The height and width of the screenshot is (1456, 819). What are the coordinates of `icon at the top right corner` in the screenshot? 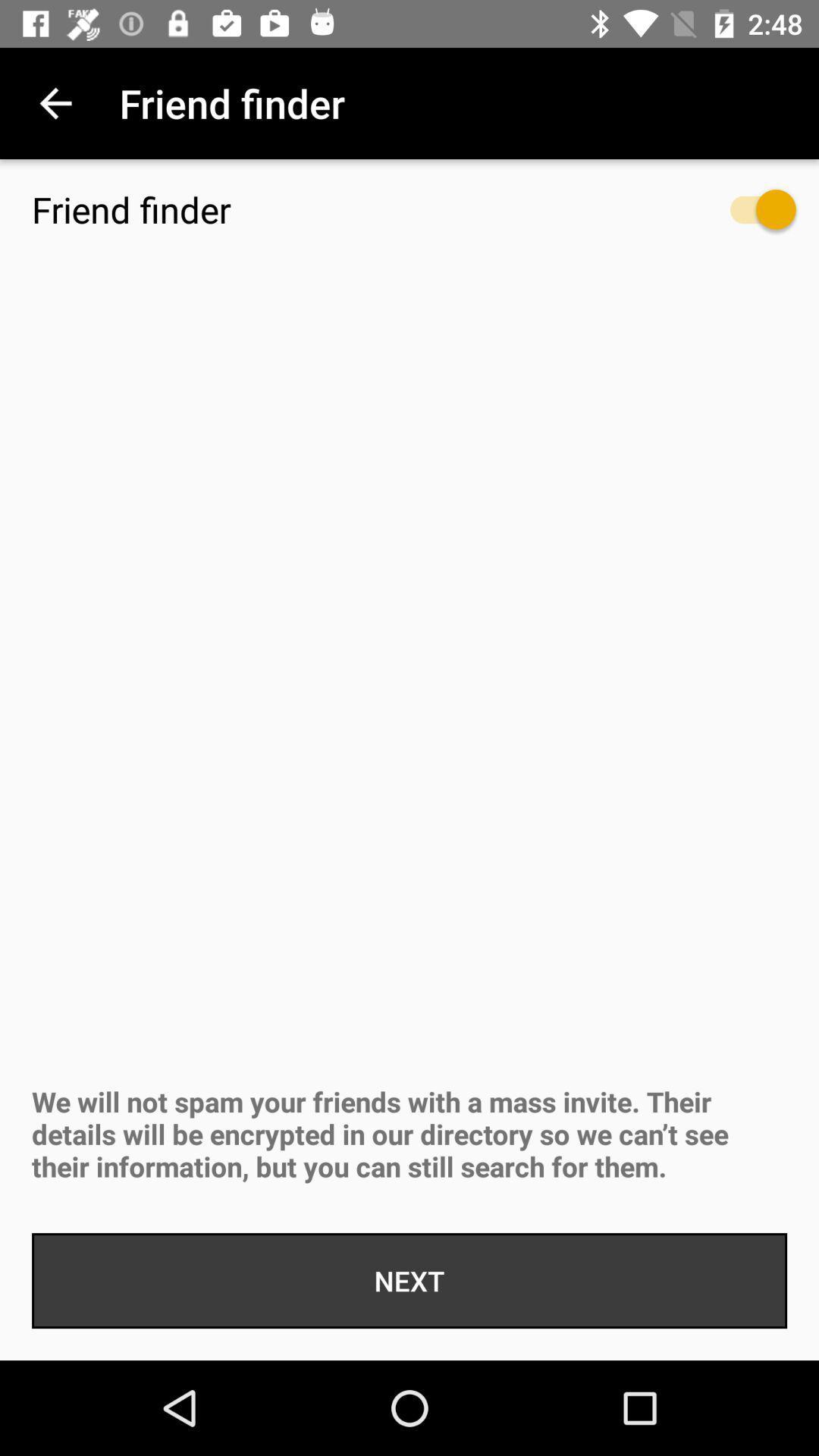 It's located at (747, 216).